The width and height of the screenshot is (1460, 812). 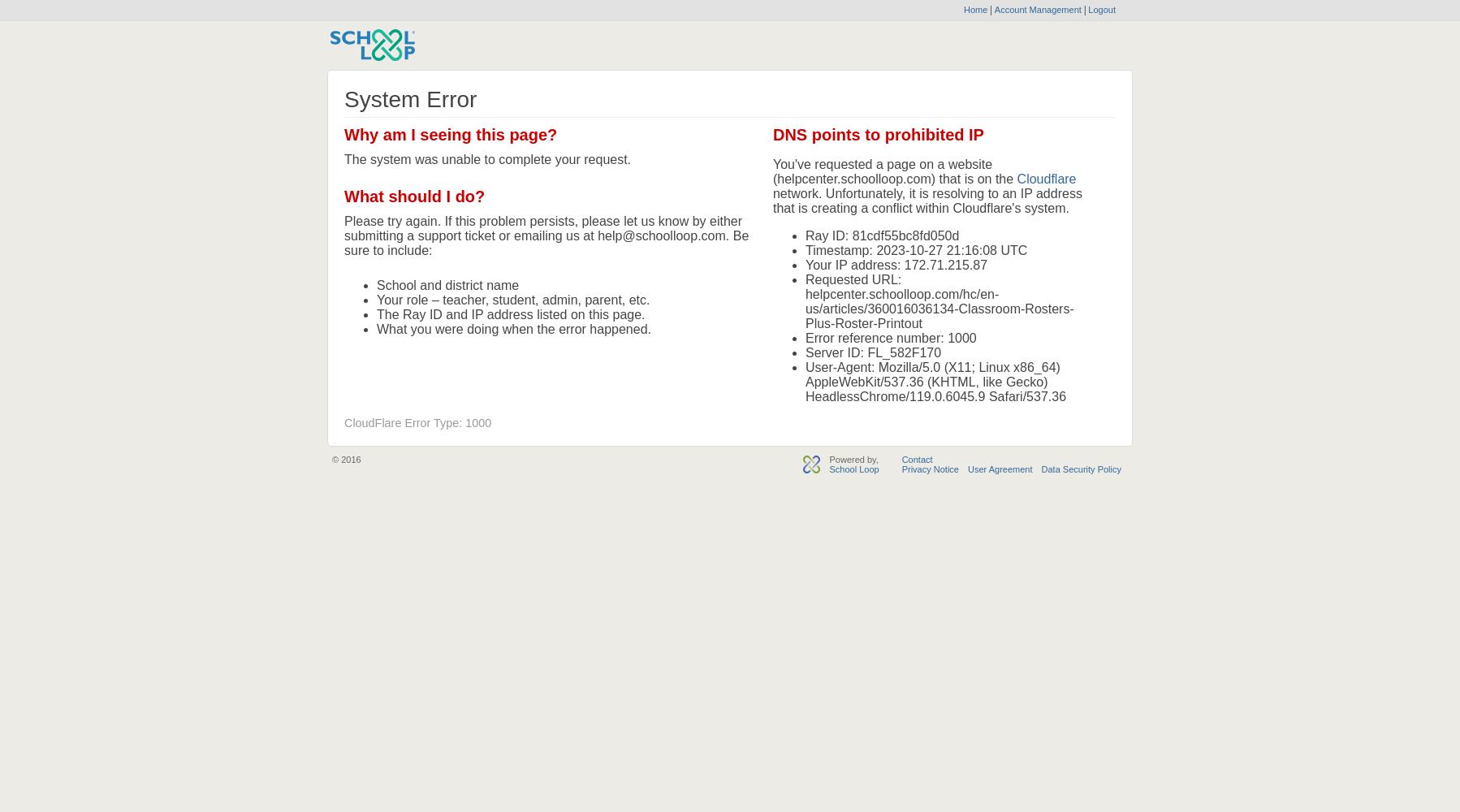 I want to click on 'What should I do?', so click(x=414, y=196).